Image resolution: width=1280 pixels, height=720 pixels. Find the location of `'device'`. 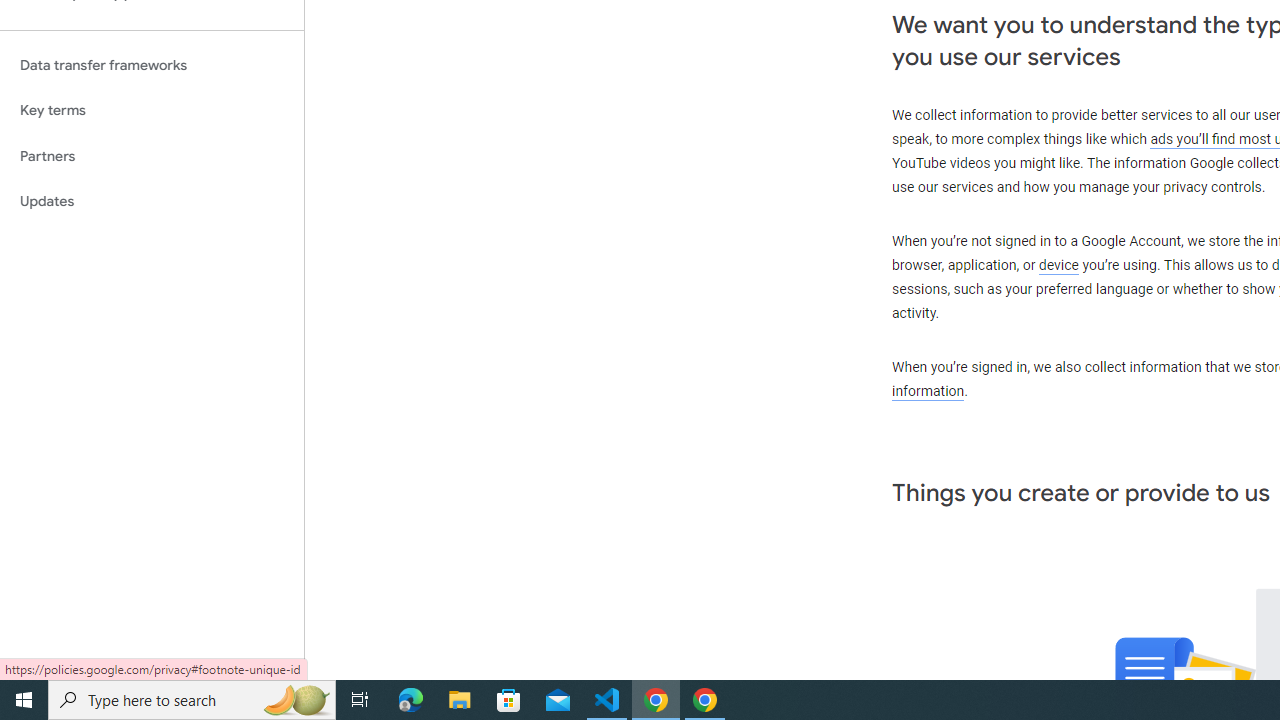

'device' is located at coordinates (1058, 264).